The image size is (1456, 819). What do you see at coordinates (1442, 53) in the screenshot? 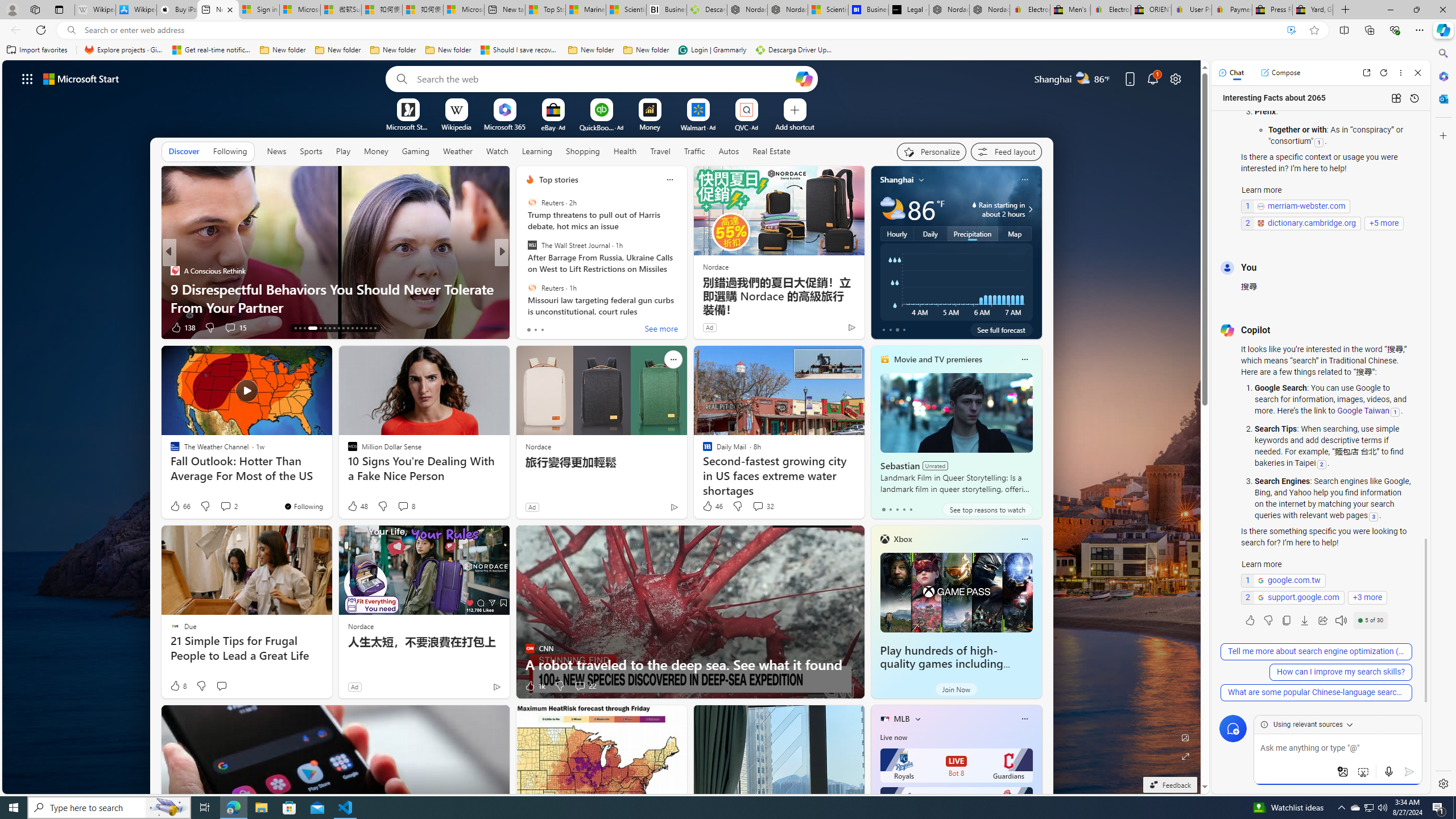
I see `'Minimize Search pane'` at bounding box center [1442, 53].